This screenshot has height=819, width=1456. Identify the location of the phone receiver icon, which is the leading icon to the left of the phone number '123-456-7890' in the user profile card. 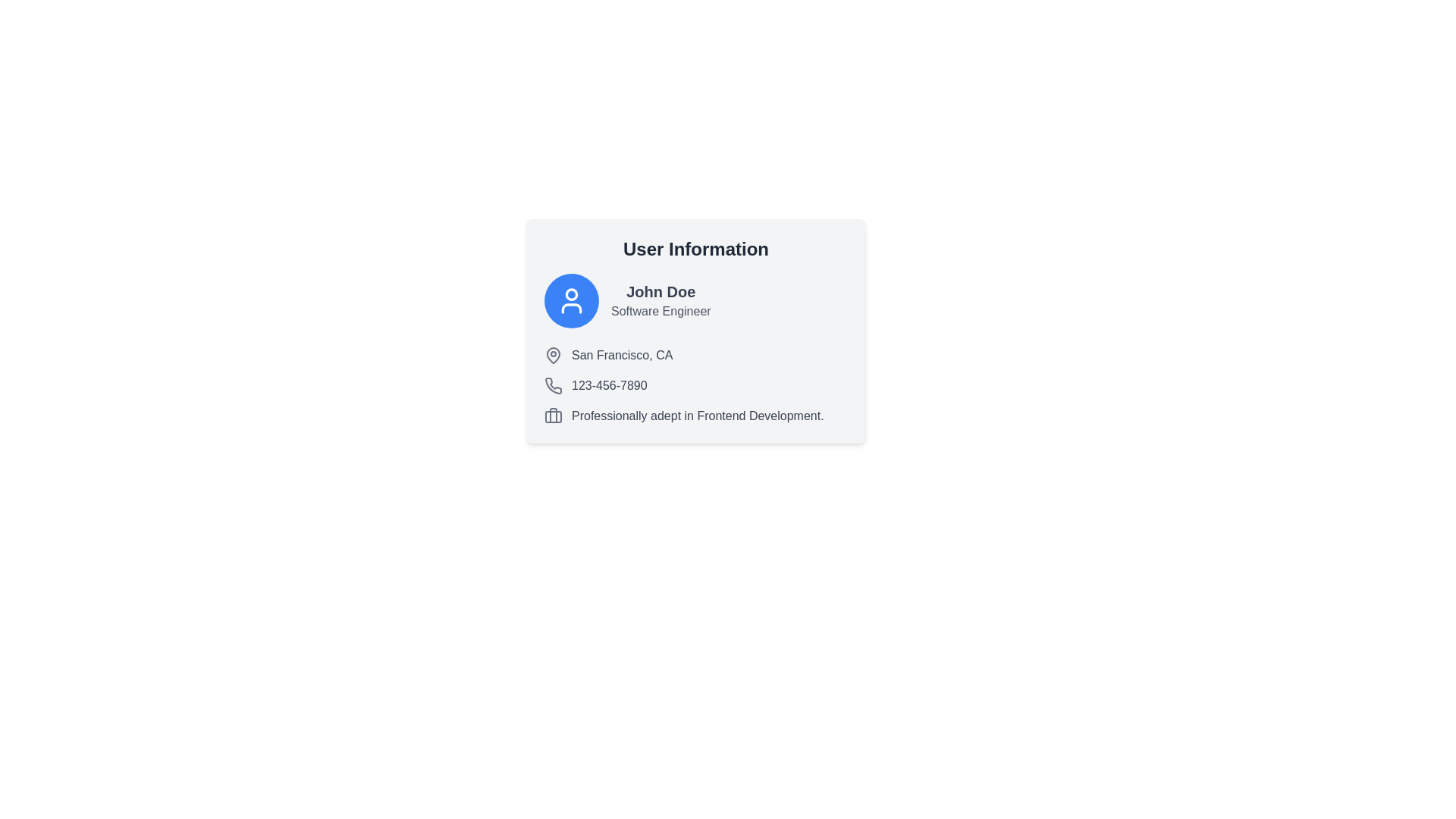
(552, 385).